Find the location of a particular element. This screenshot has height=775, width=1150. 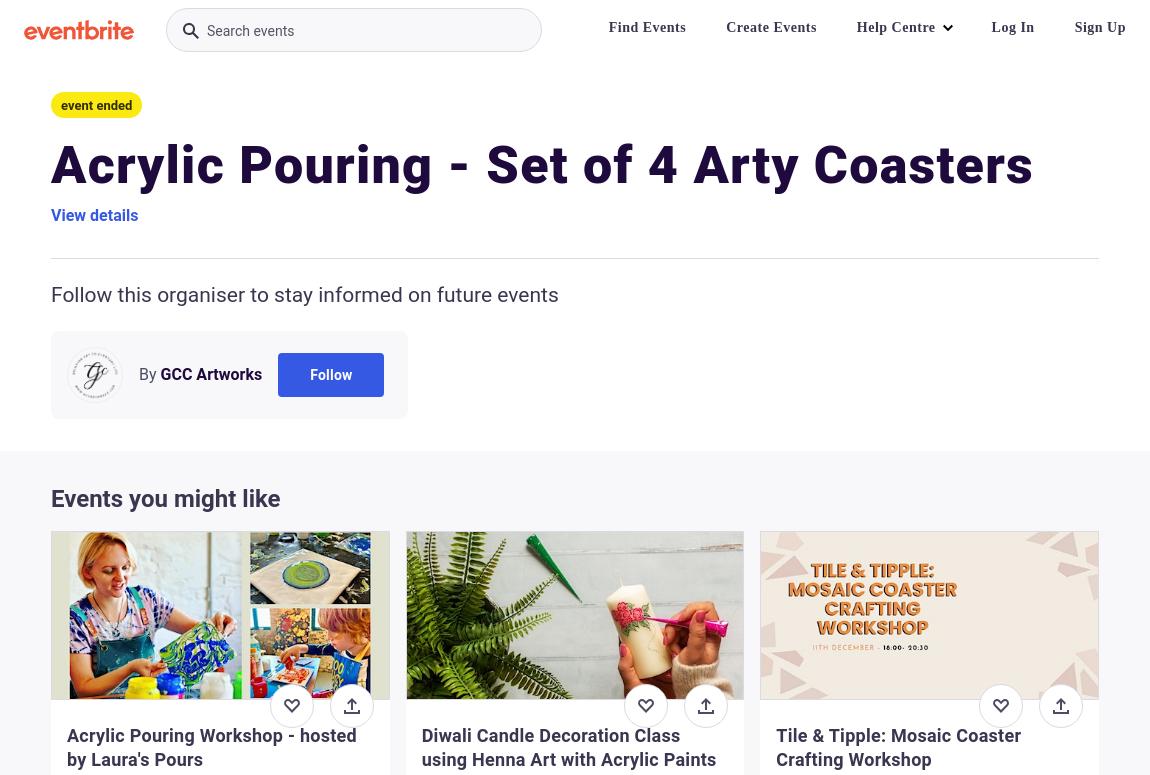

'GCC Artworks' is located at coordinates (210, 374).